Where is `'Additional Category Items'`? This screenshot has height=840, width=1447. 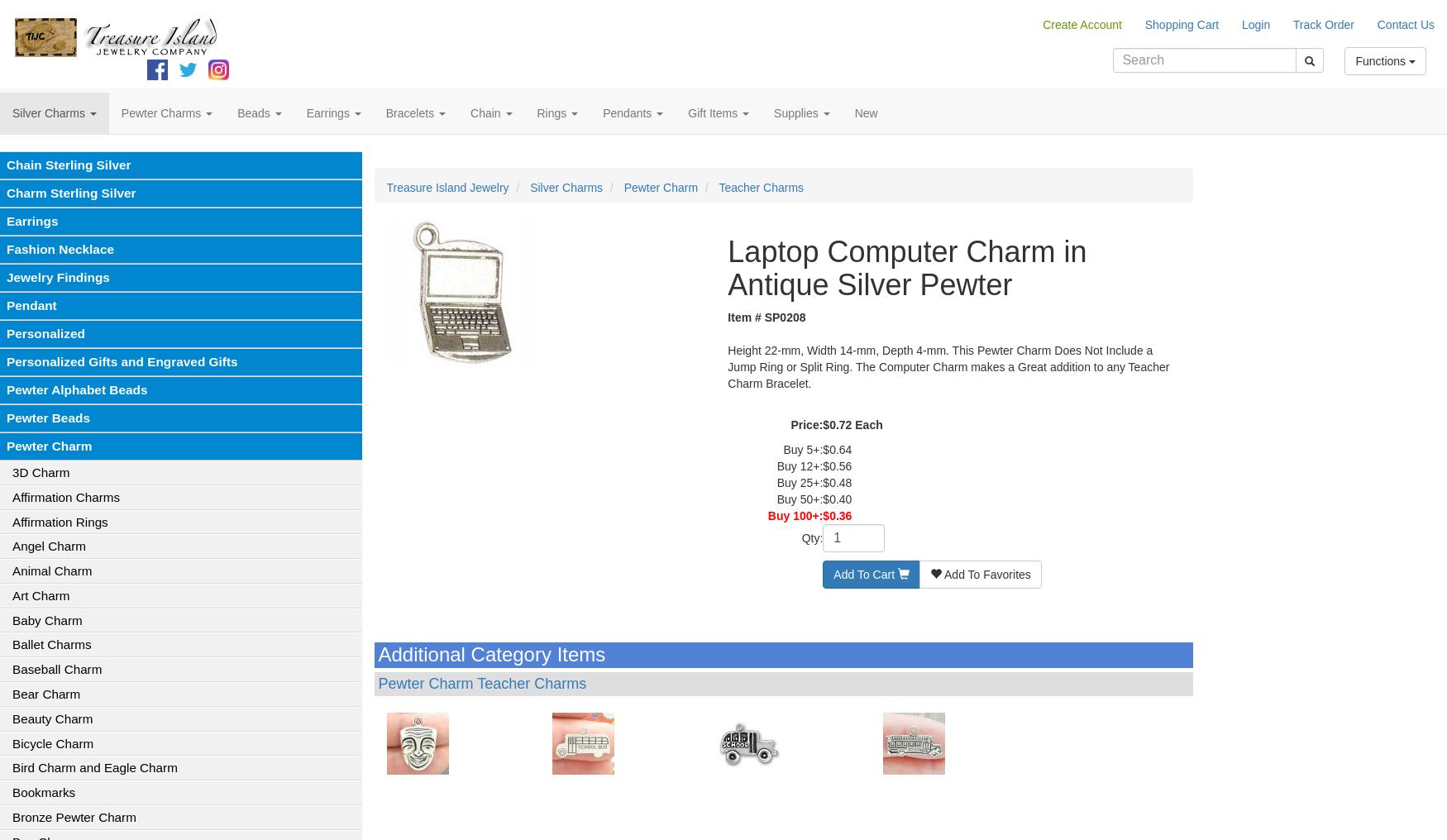
'Additional Category Items' is located at coordinates (377, 653).